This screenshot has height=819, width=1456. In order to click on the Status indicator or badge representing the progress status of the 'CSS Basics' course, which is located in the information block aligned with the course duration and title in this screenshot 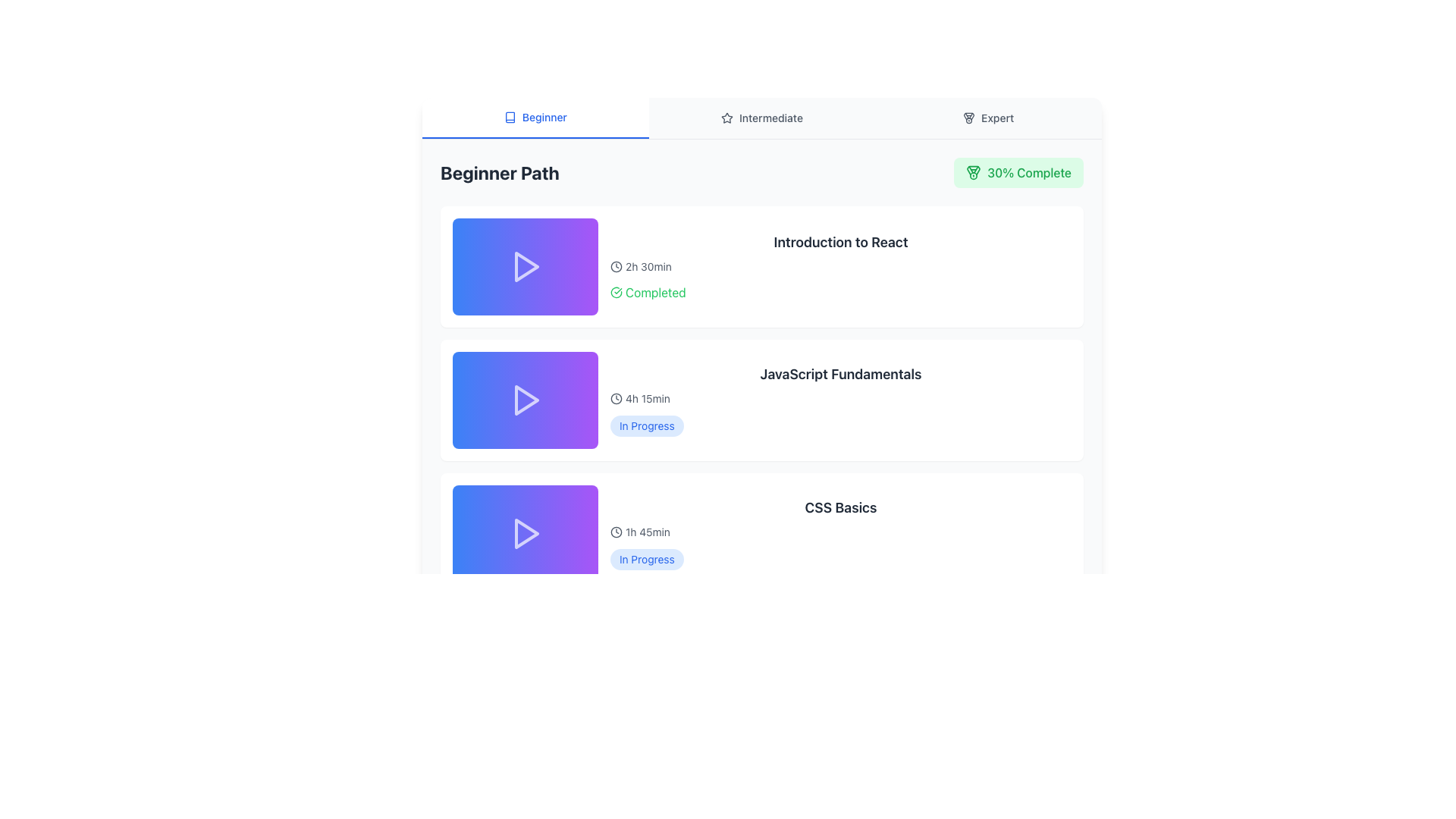, I will do `click(647, 559)`.